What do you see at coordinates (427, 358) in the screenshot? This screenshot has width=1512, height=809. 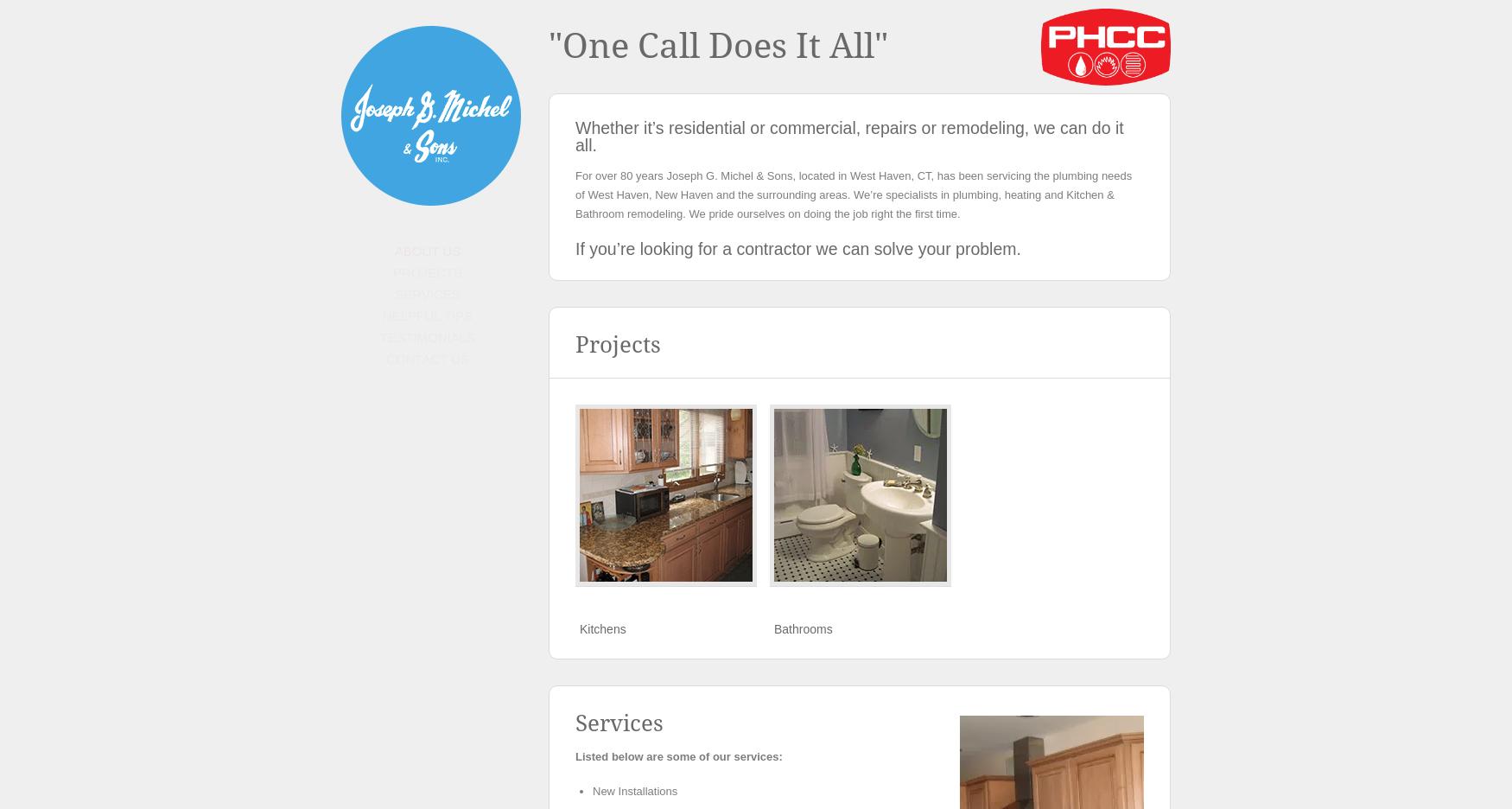 I see `'Contact Us'` at bounding box center [427, 358].